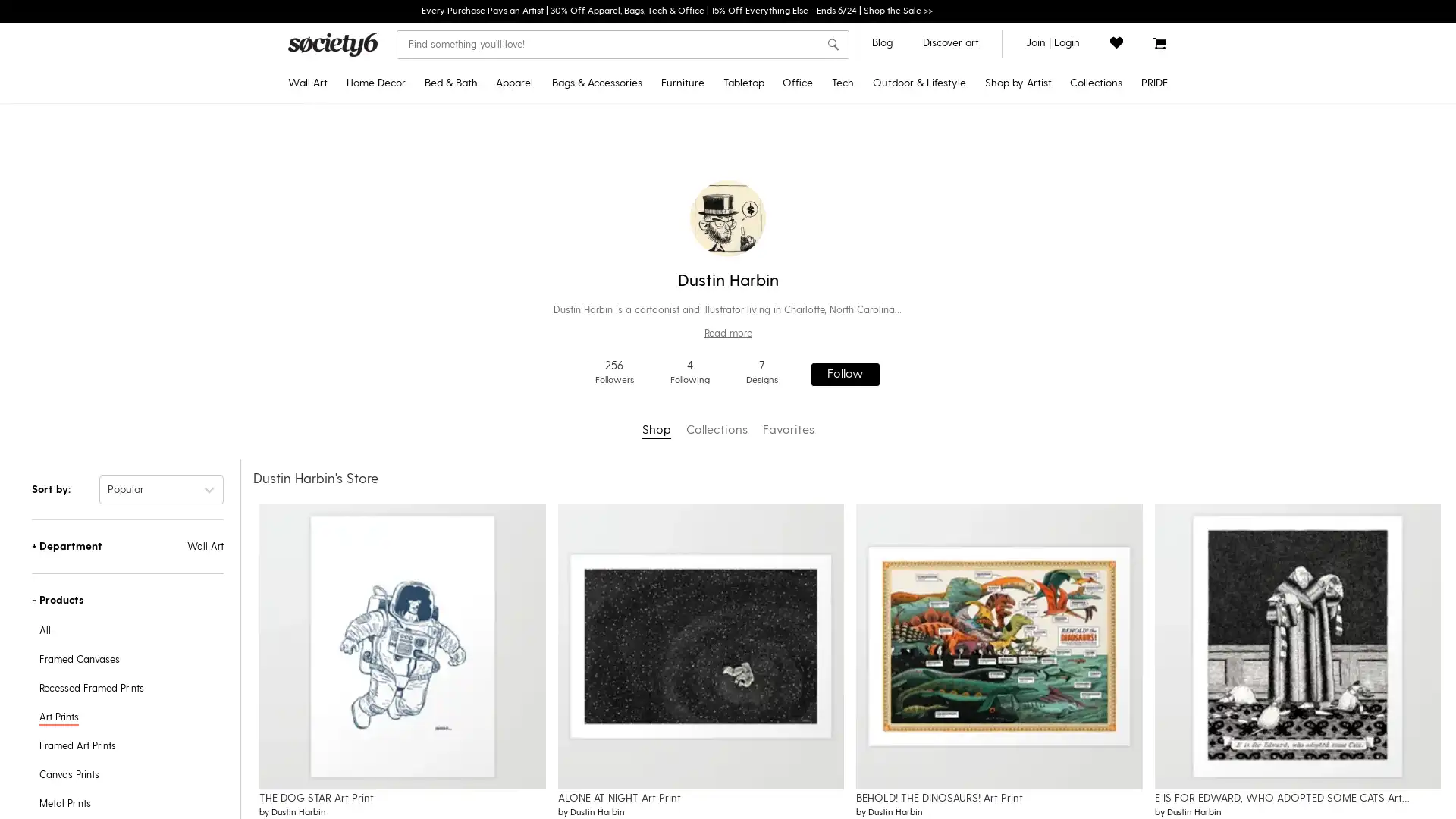 The height and width of the screenshot is (819, 1456). I want to click on Artist Showcase, so click(977, 292).